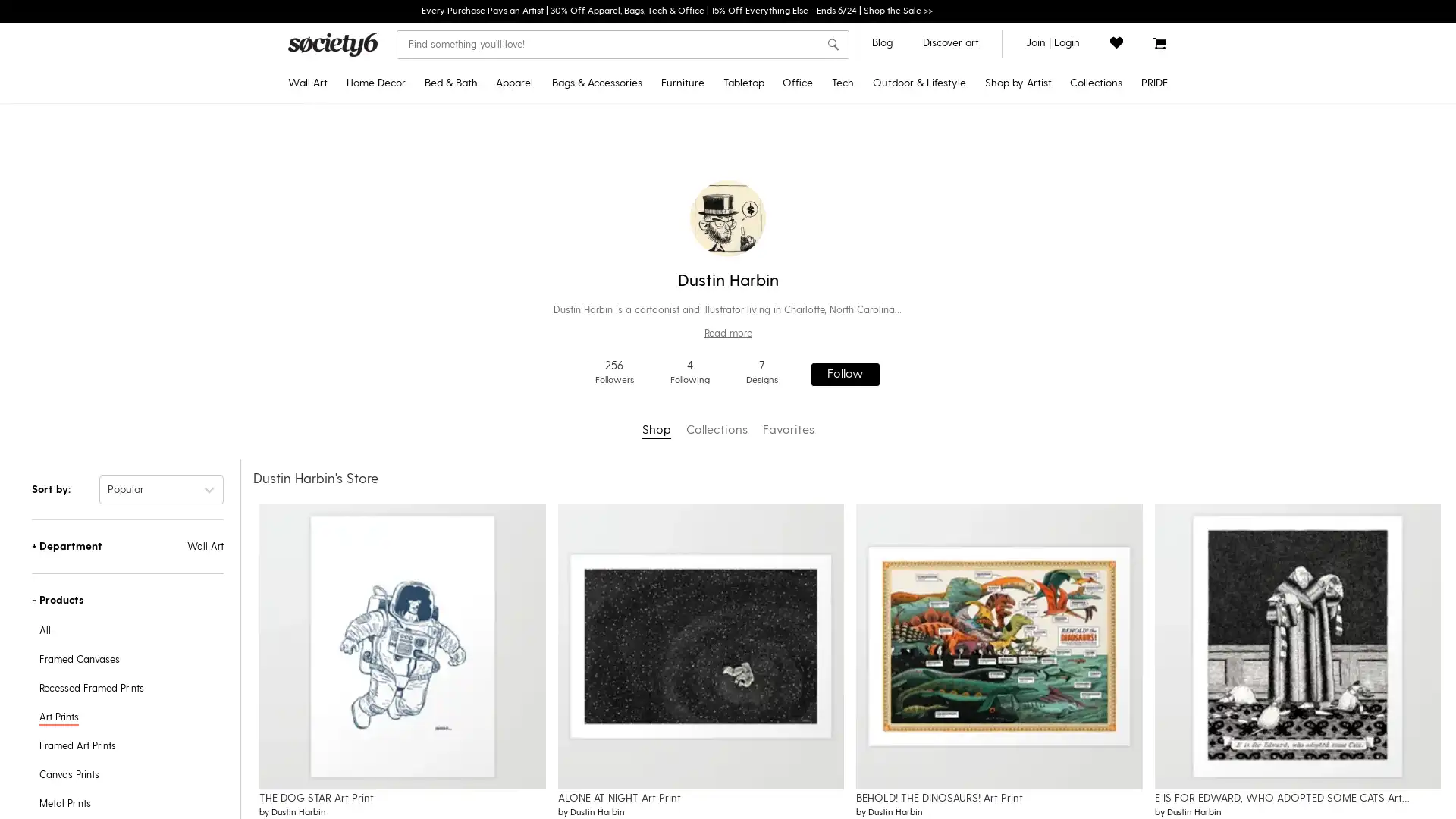 The height and width of the screenshot is (819, 1456). I want to click on Artist Showcase, so click(977, 292).